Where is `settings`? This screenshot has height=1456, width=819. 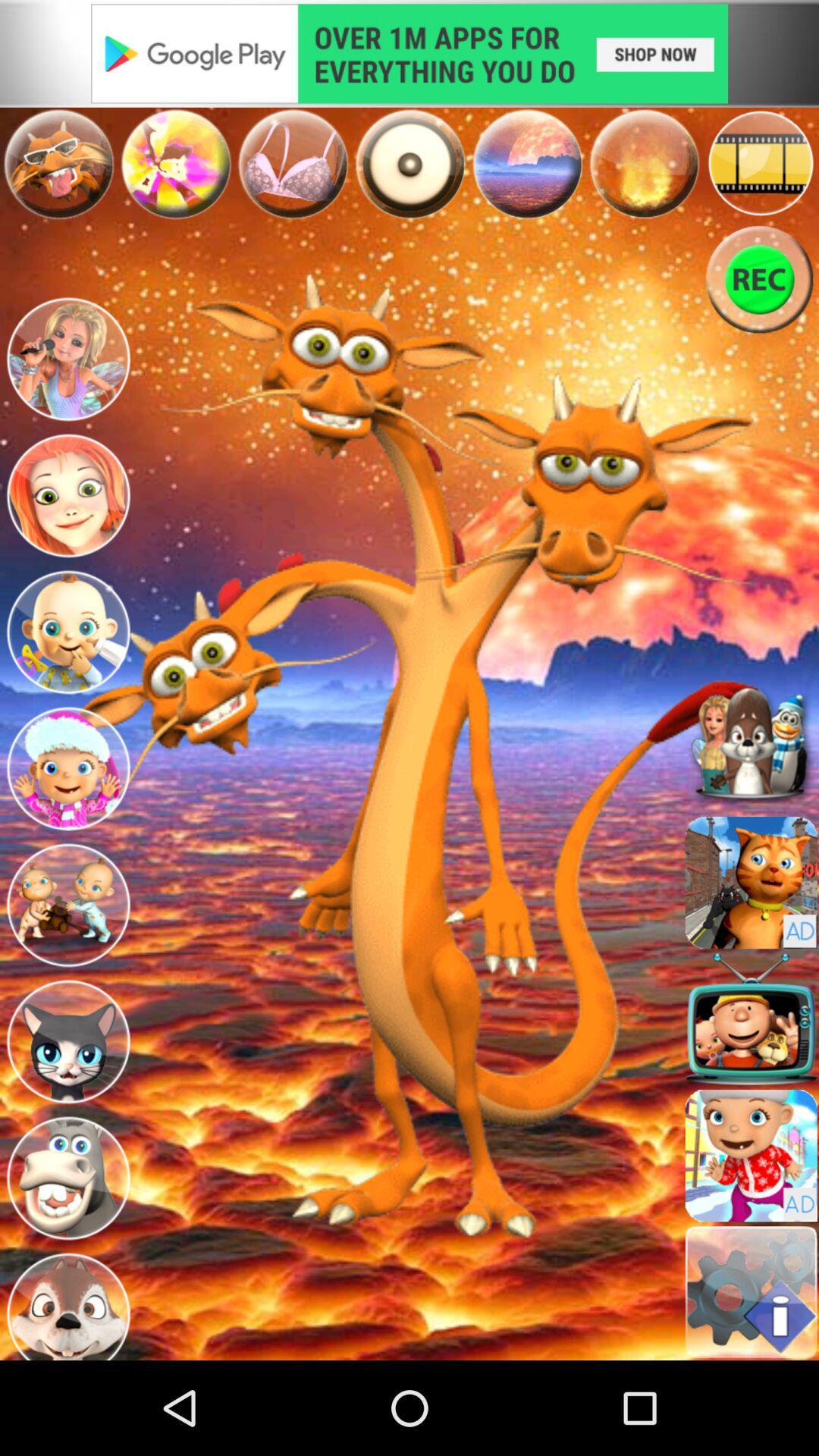 settings is located at coordinates (751, 1291).